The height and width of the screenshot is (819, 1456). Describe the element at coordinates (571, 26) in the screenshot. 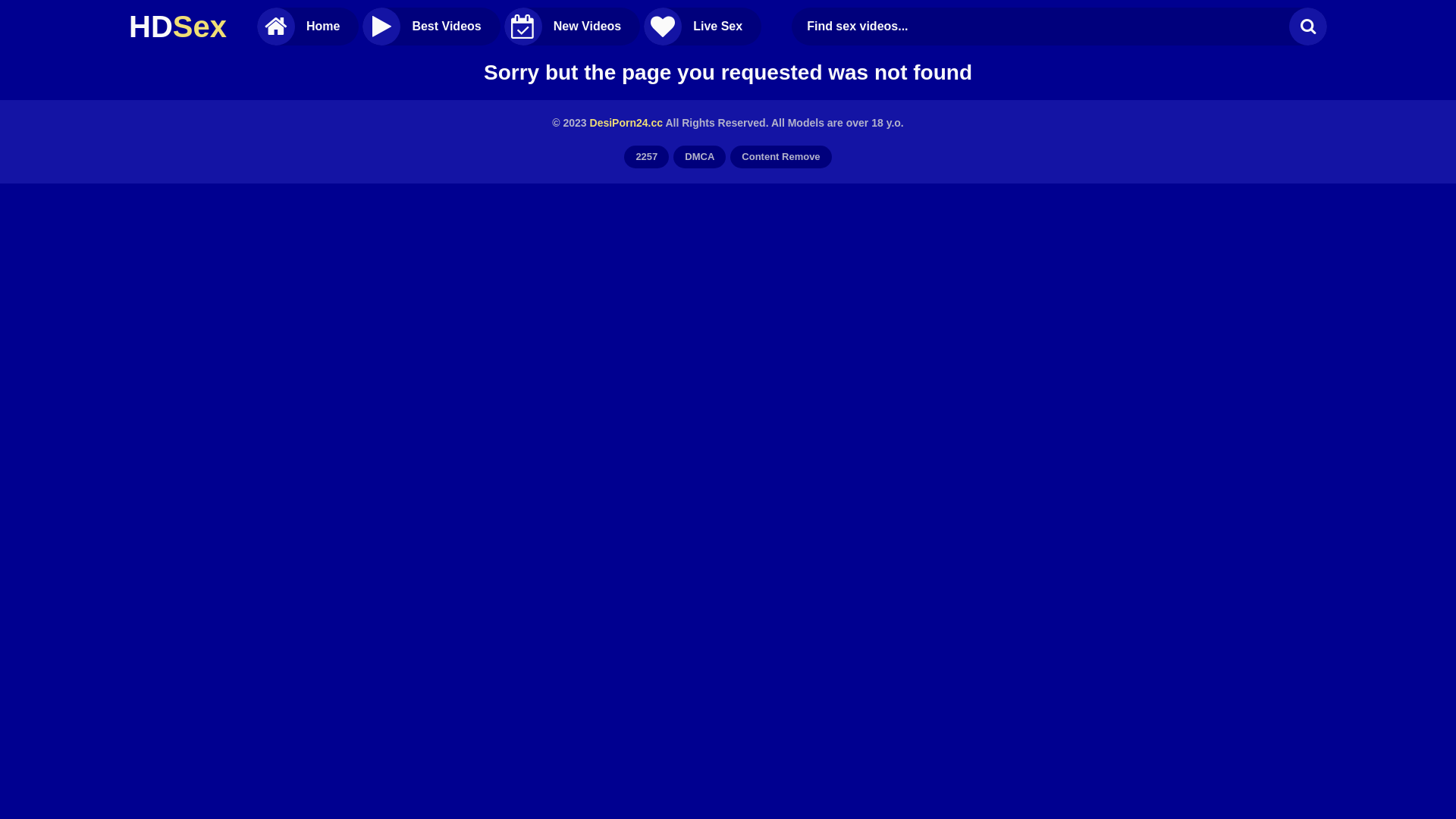

I see `'New Videos'` at that location.